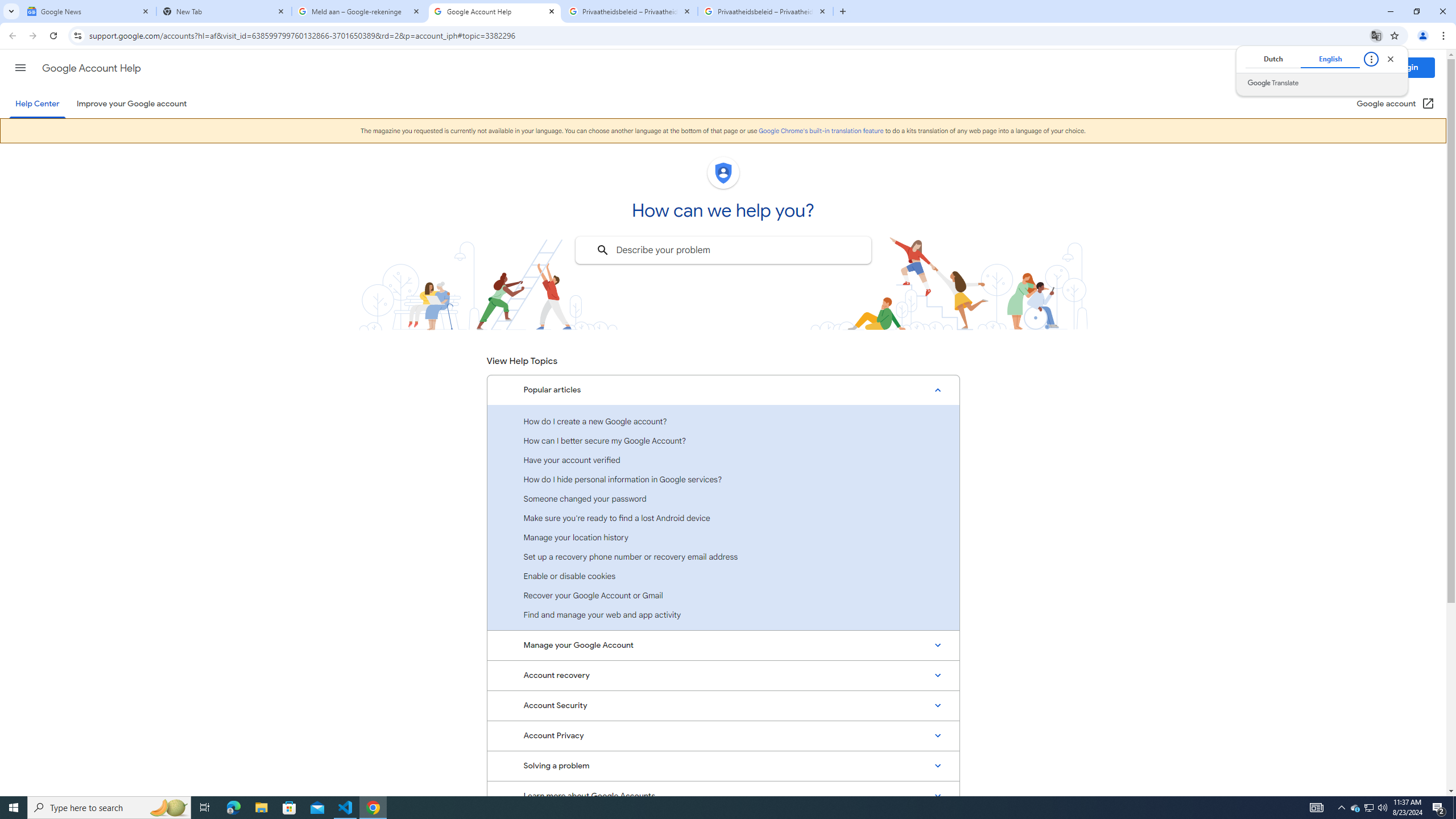 This screenshot has width=1456, height=819. Describe the element at coordinates (167, 806) in the screenshot. I see `'Search highlights icon opens search home window'` at that location.